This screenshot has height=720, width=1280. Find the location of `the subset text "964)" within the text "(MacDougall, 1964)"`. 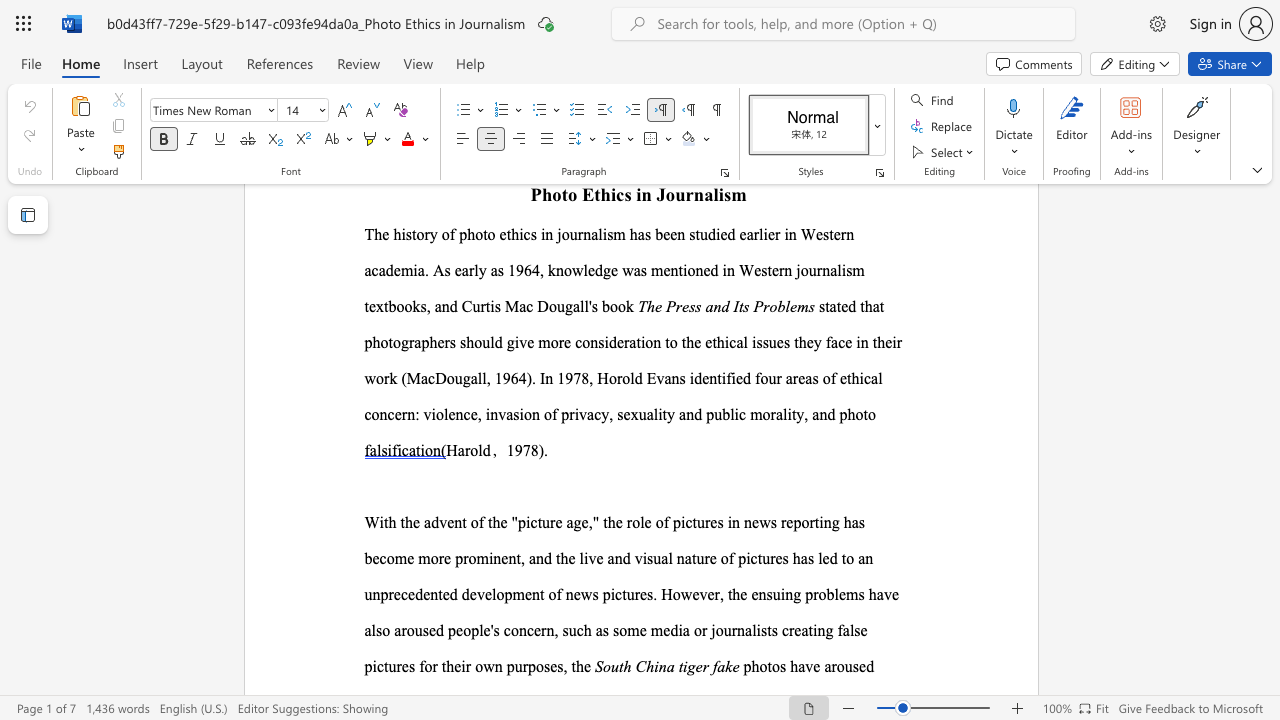

the subset text "964)" within the text "(MacDougall, 1964)" is located at coordinates (502, 378).